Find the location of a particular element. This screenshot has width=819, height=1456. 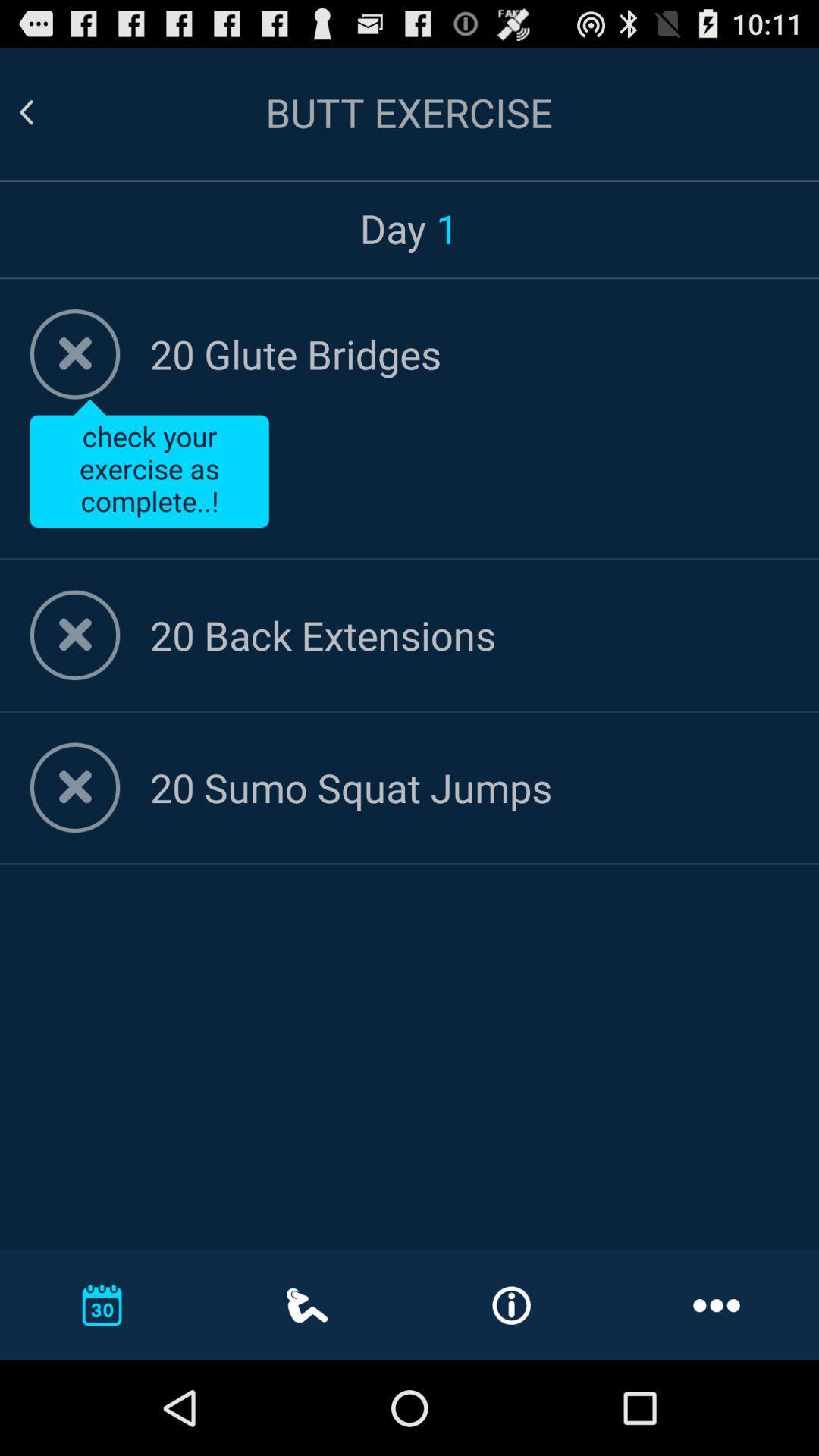

closes the workout is located at coordinates (75, 635).